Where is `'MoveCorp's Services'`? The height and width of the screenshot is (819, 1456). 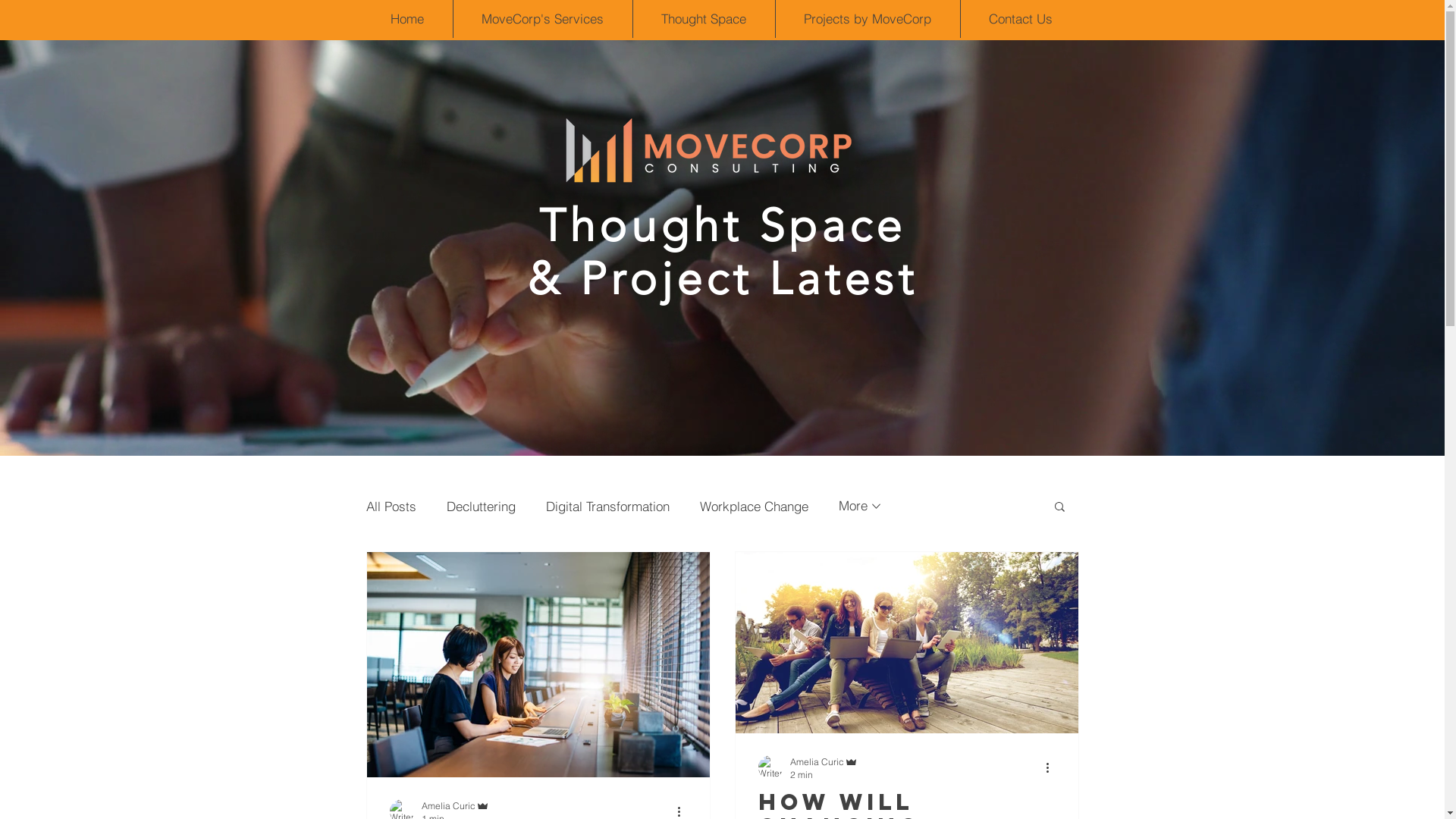 'MoveCorp's Services' is located at coordinates (542, 18).